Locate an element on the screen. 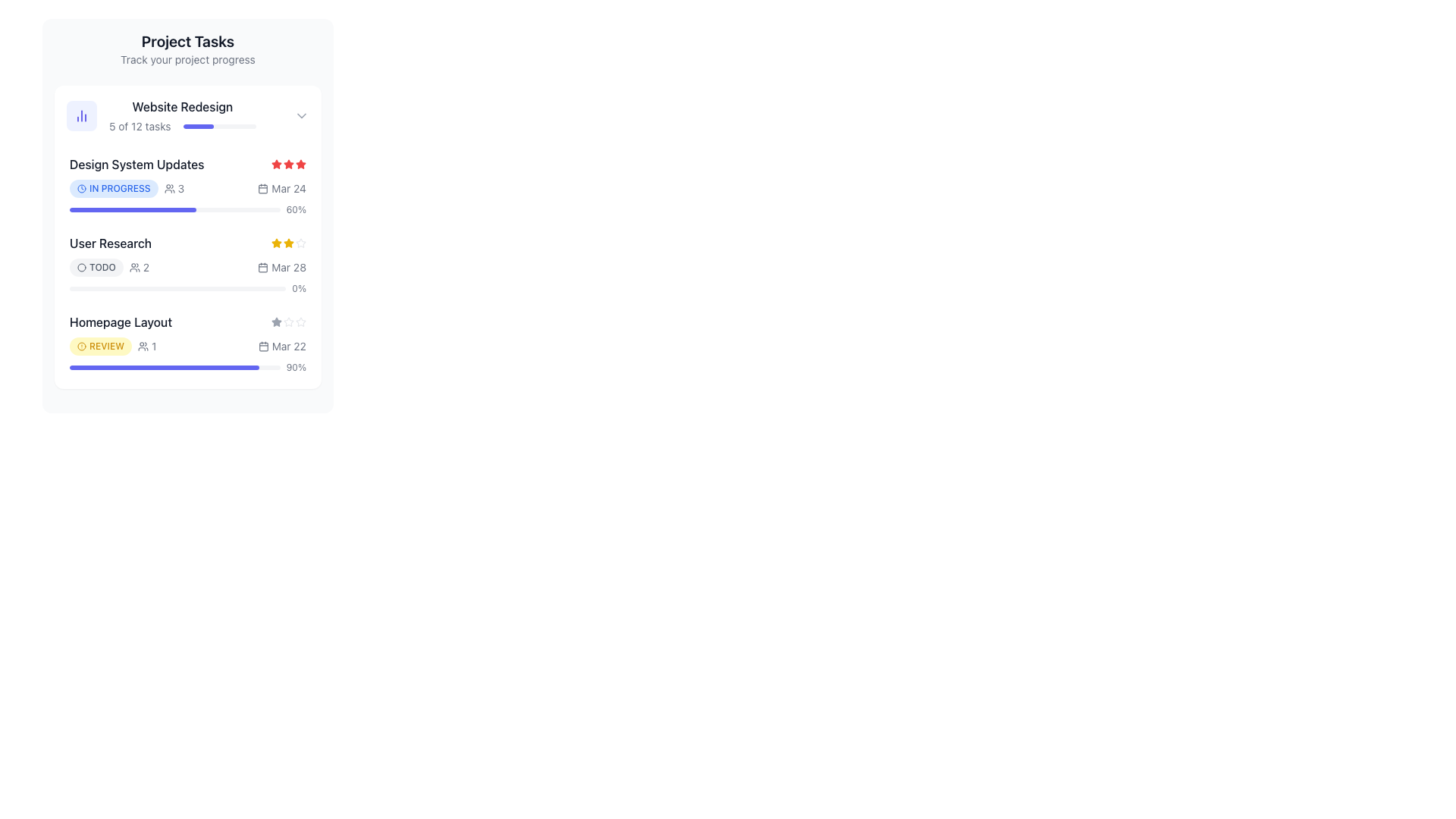  the red star icon, which is the first in a row of three stars under the 'Design System Updates' section in 'Project Tasks' is located at coordinates (276, 164).